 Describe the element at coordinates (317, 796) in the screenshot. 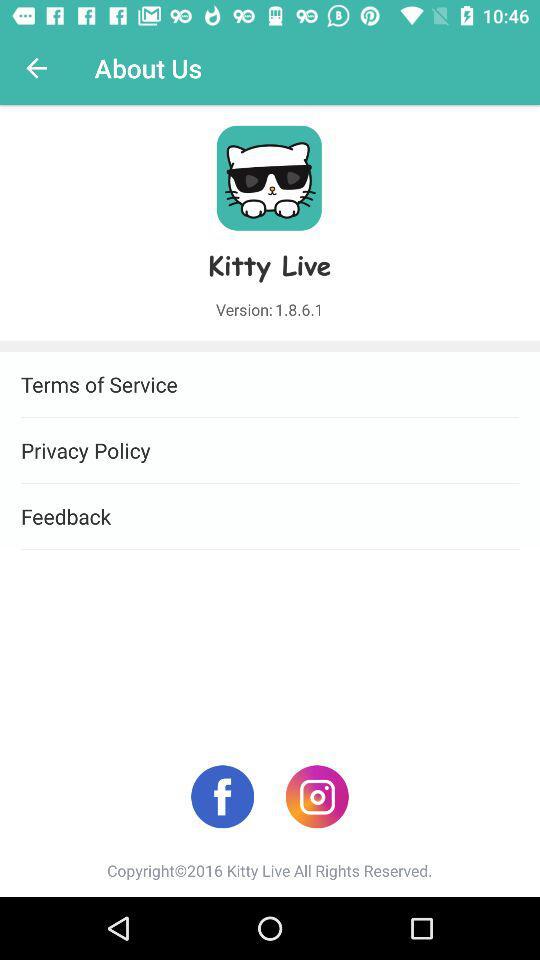

I see `instagram` at that location.